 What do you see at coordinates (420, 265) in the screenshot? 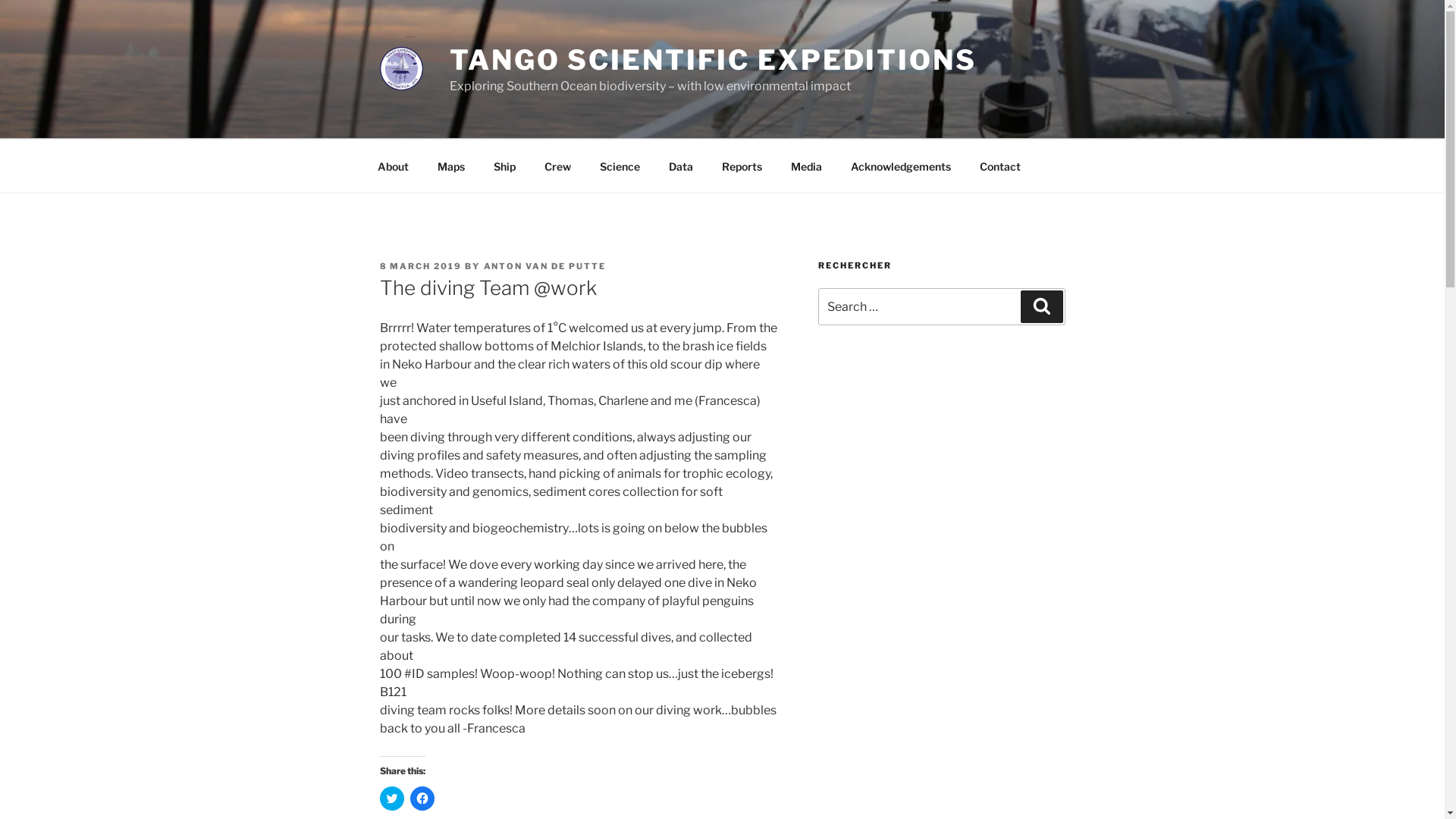
I see `'8 MARCH 2019'` at bounding box center [420, 265].